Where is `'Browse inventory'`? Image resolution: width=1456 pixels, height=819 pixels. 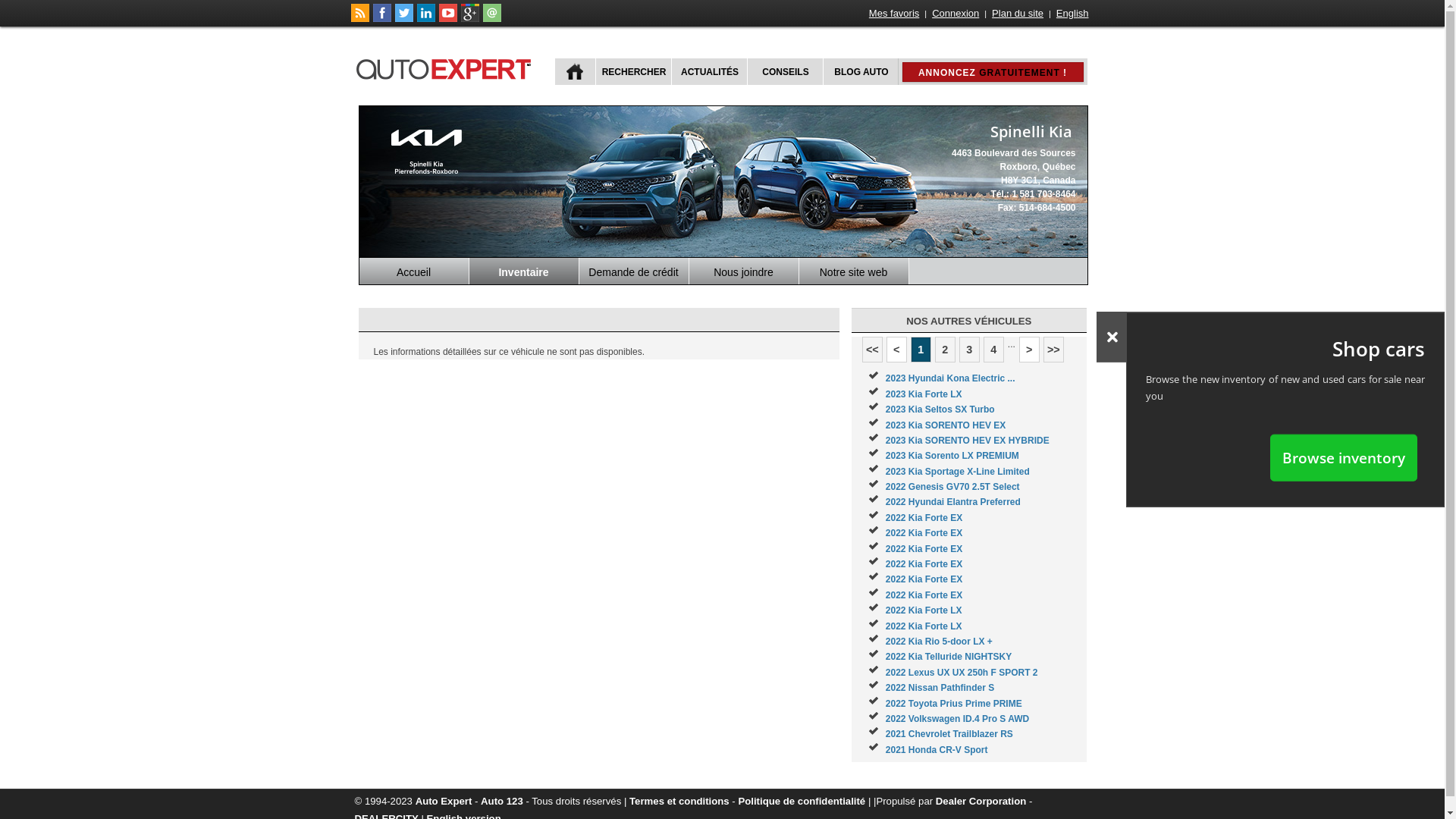
'Browse inventory' is located at coordinates (1270, 457).